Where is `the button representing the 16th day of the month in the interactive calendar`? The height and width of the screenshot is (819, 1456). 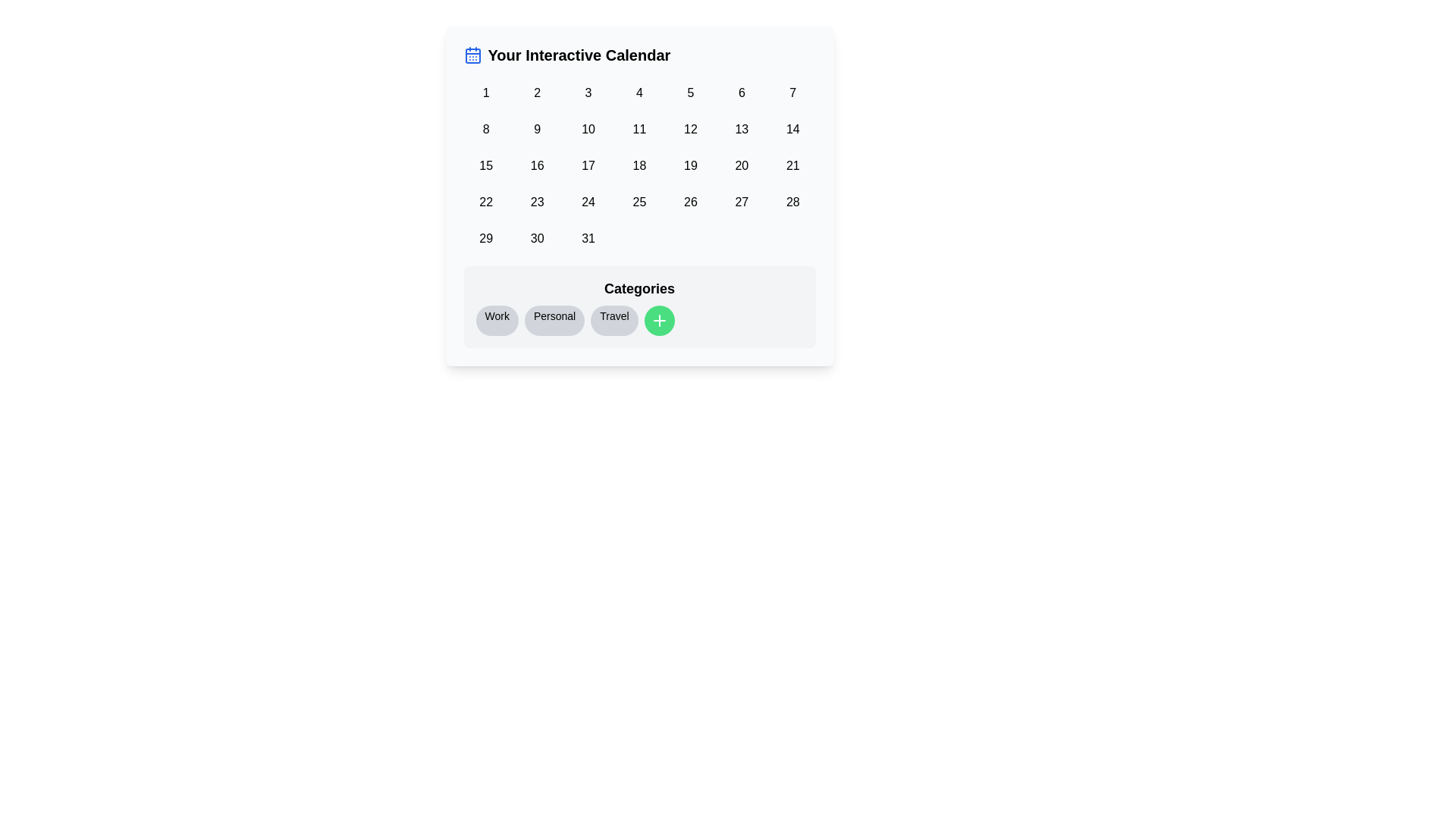
the button representing the 16th day of the month in the interactive calendar is located at coordinates (537, 166).